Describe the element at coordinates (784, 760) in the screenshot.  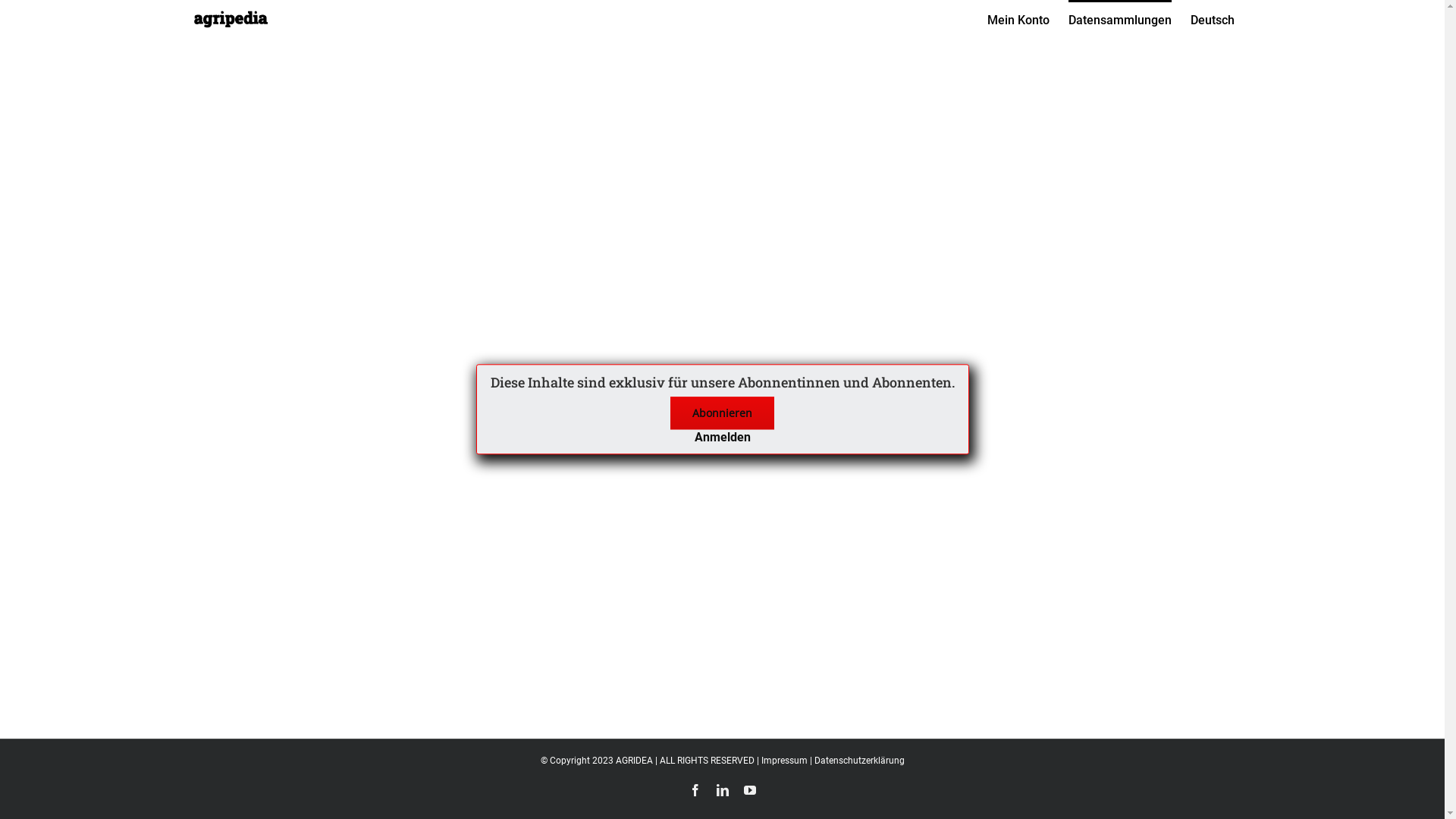
I see `'Impressum'` at that location.